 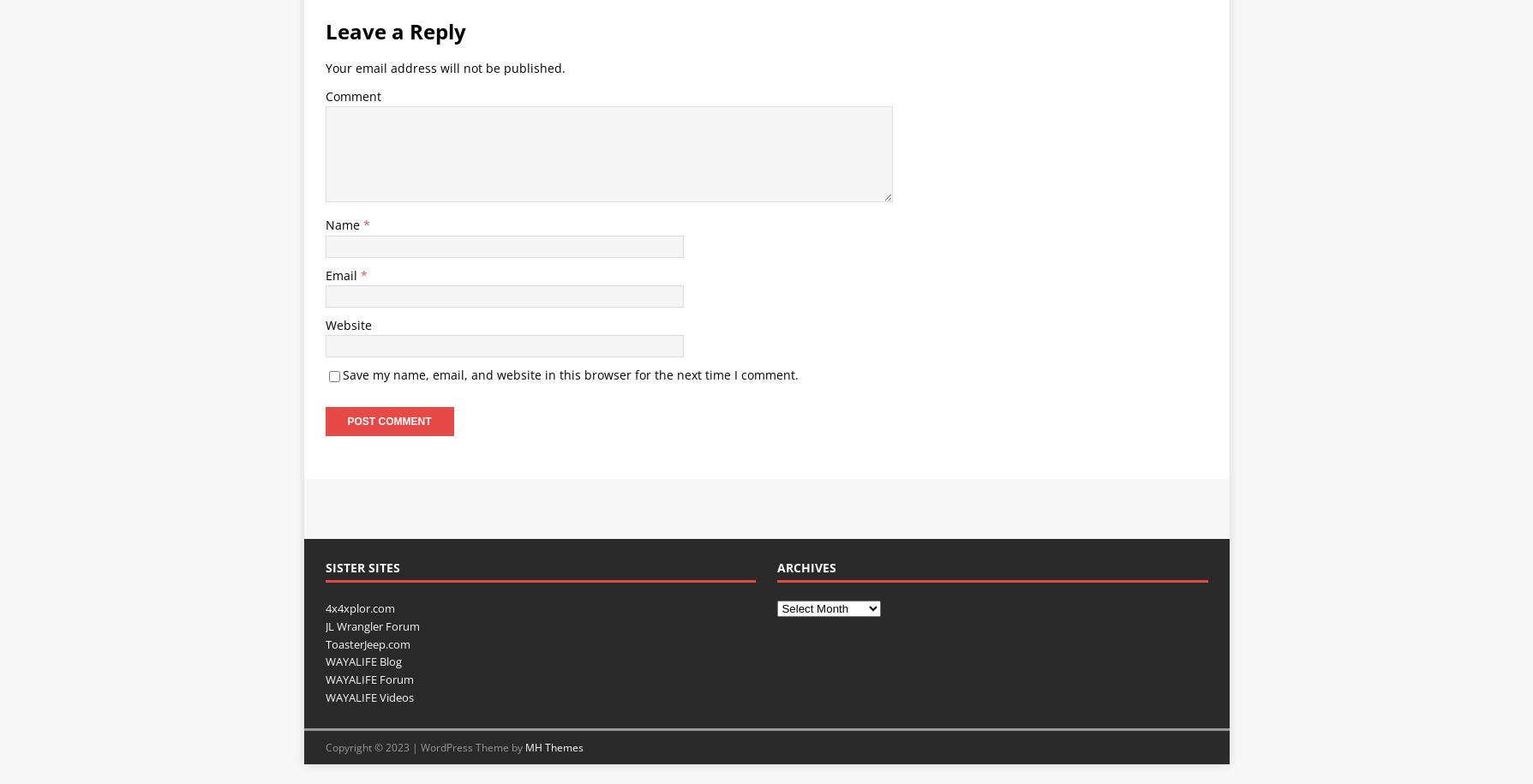 I want to click on 'Leave a Reply', so click(x=324, y=31).